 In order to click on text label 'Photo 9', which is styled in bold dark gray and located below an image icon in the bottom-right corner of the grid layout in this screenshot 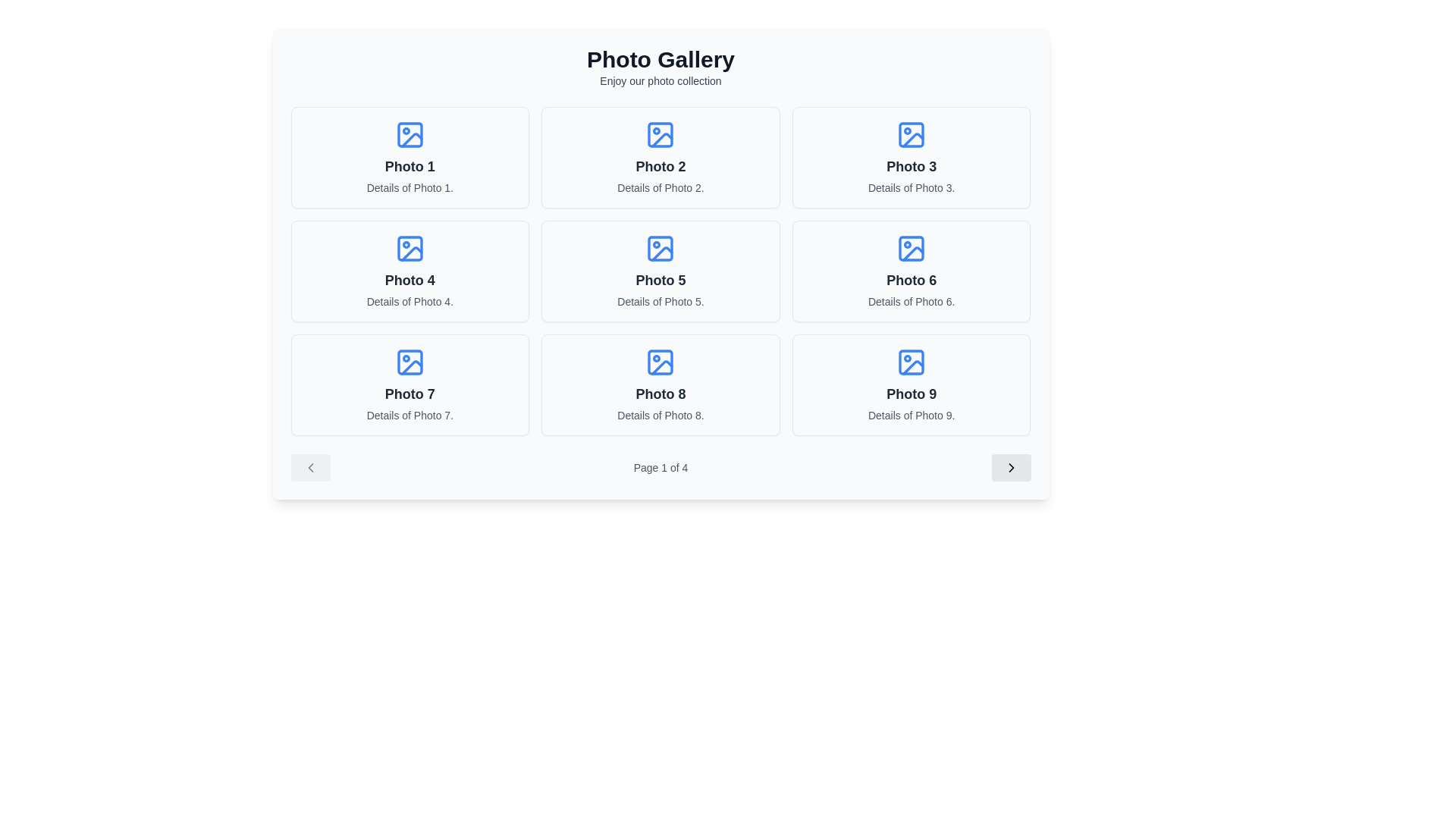, I will do `click(911, 394)`.